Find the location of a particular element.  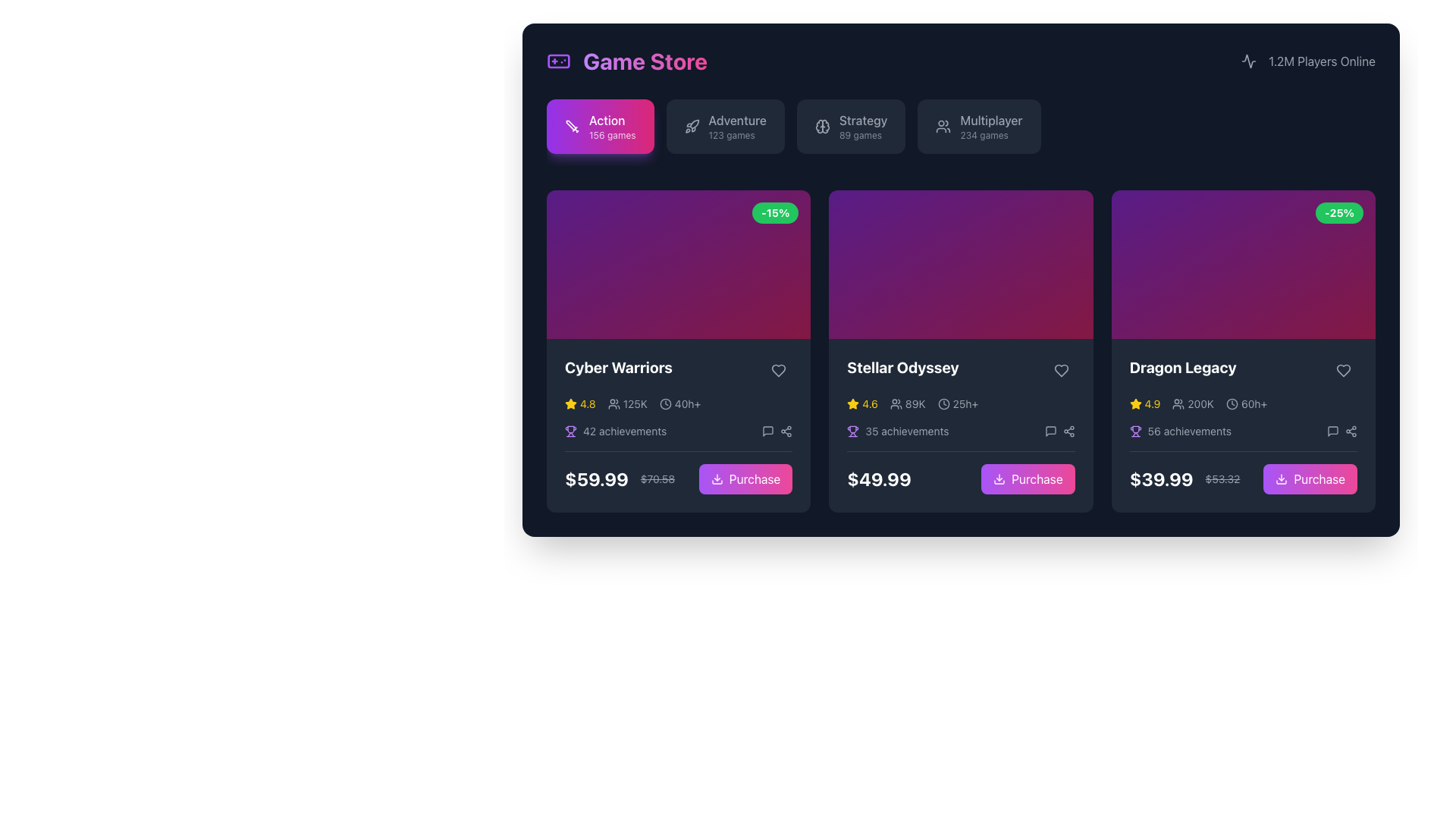

the informational element about the number of achievements available for the game 'Stellar Odyssey', located below the rating and playtime details is located at coordinates (960, 431).